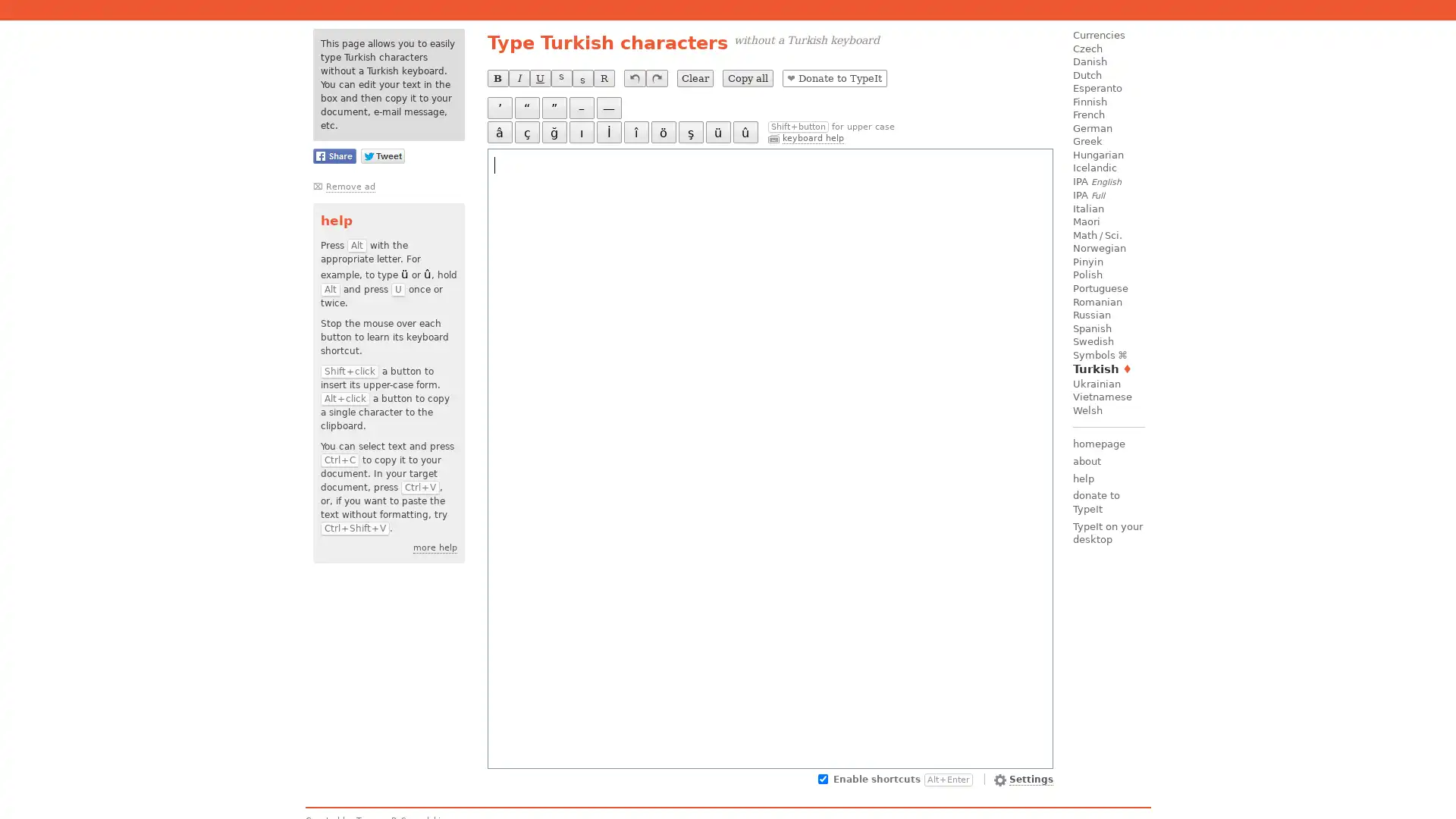 Image resolution: width=1456 pixels, height=819 pixels. What do you see at coordinates (382, 155) in the screenshot?
I see `Share this page on Twitter` at bounding box center [382, 155].